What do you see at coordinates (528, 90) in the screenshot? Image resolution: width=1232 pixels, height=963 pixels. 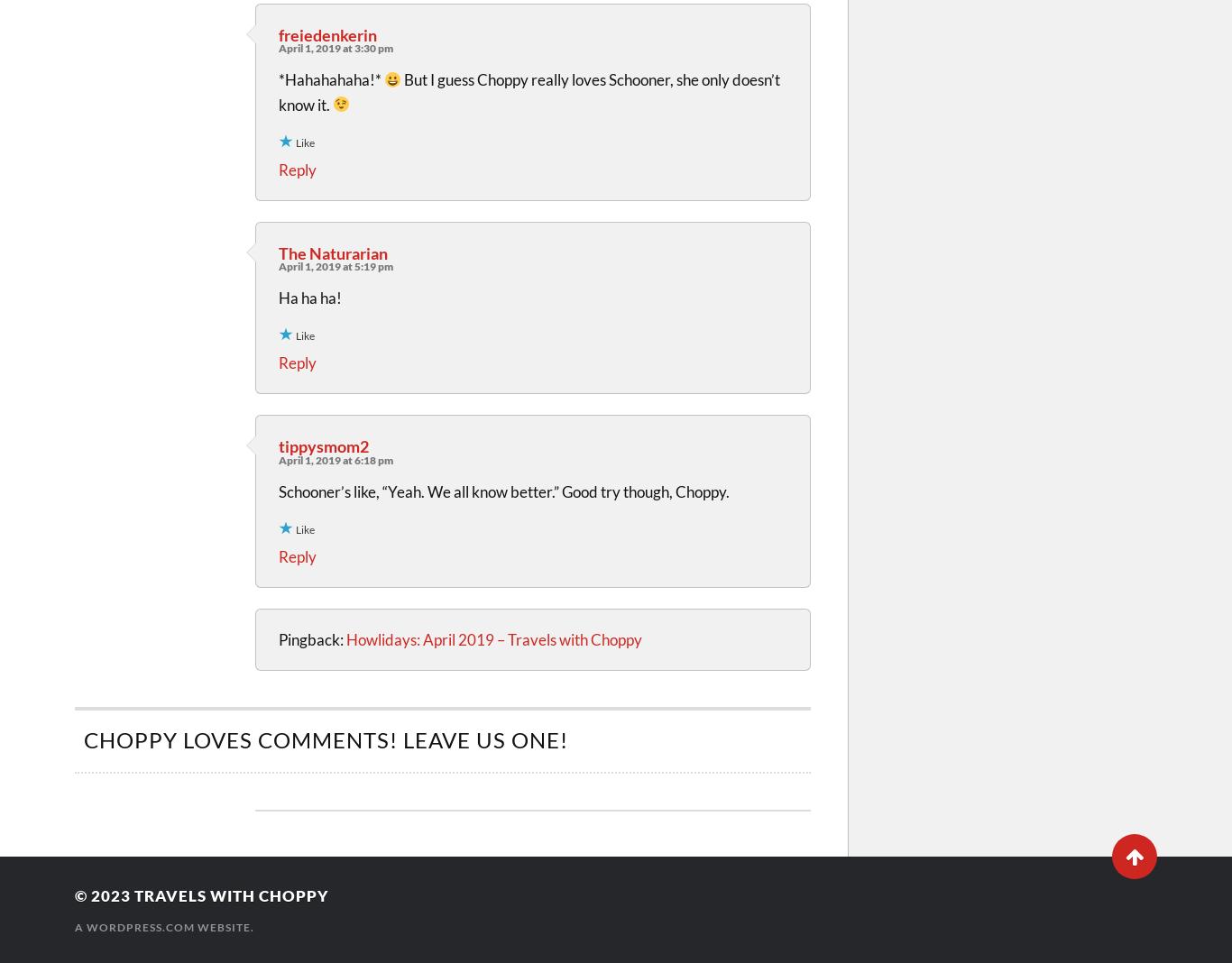 I see `'But I guess Choppy really loves Schooner, she only doesn’t know it.'` at bounding box center [528, 90].